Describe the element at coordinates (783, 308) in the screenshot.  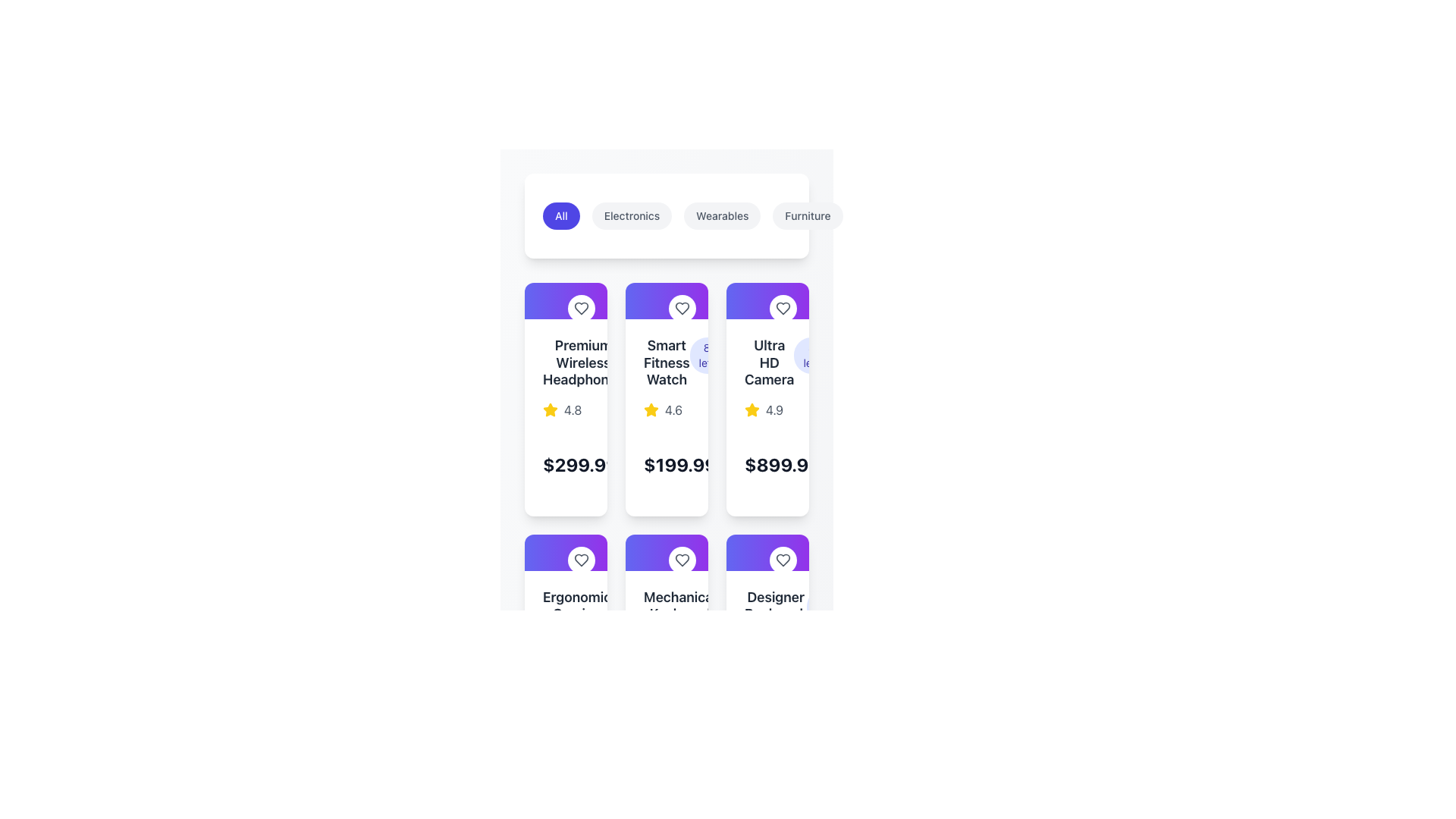
I see `the heart icon in the top section of the product card` at that location.